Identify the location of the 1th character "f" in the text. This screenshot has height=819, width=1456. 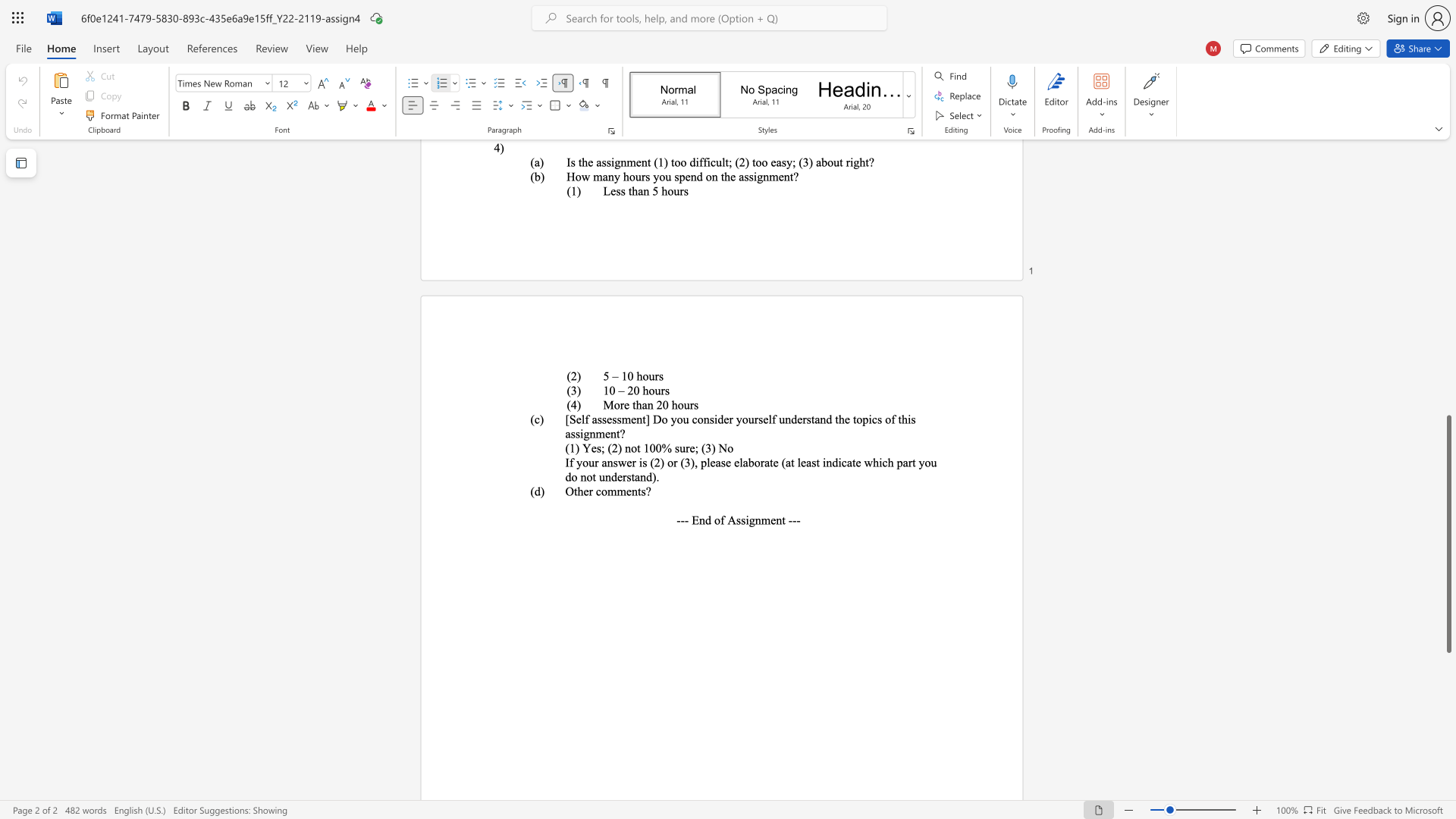
(570, 461).